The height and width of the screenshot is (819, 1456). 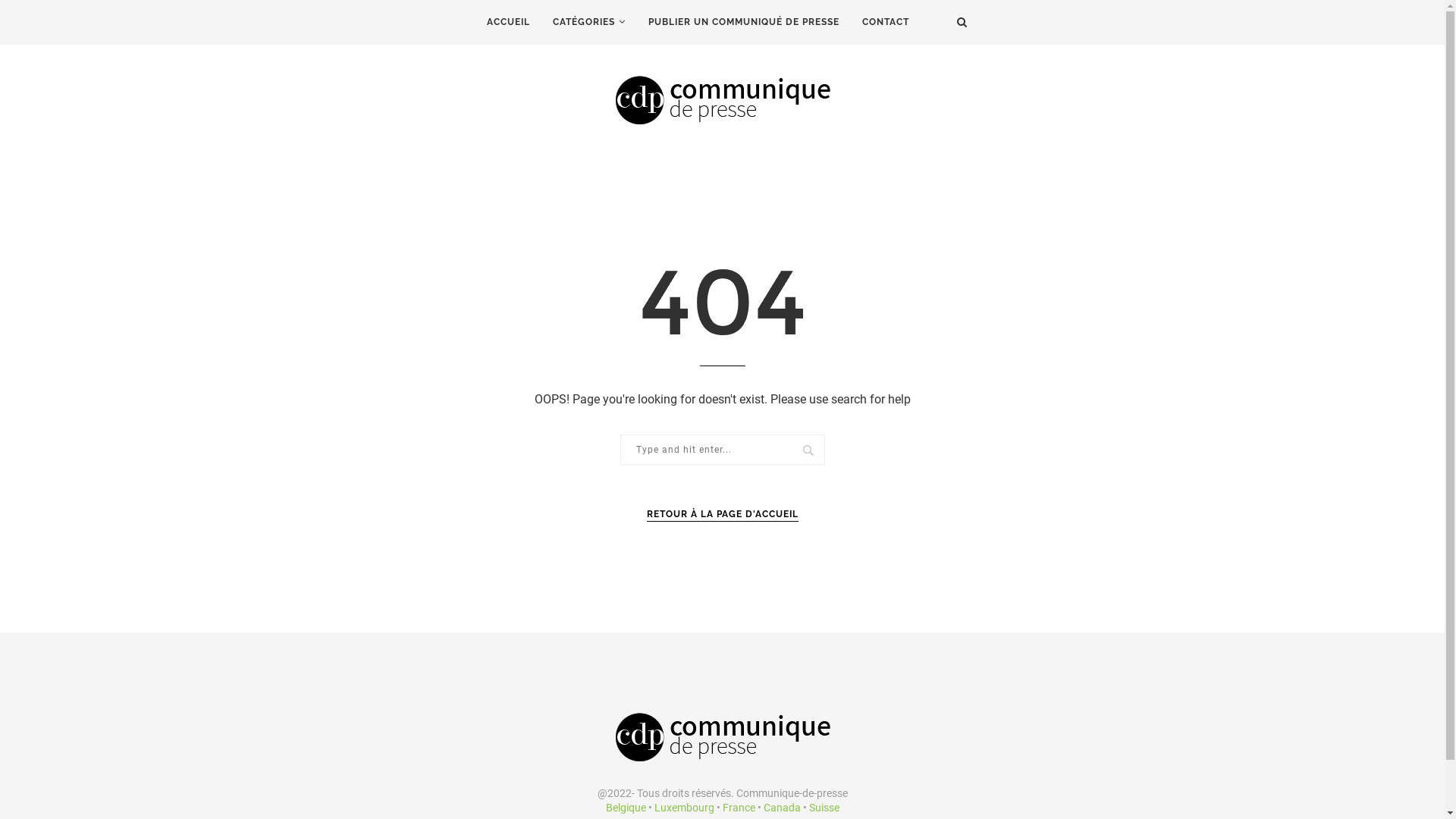 What do you see at coordinates (807, 806) in the screenshot?
I see `'Suisse'` at bounding box center [807, 806].